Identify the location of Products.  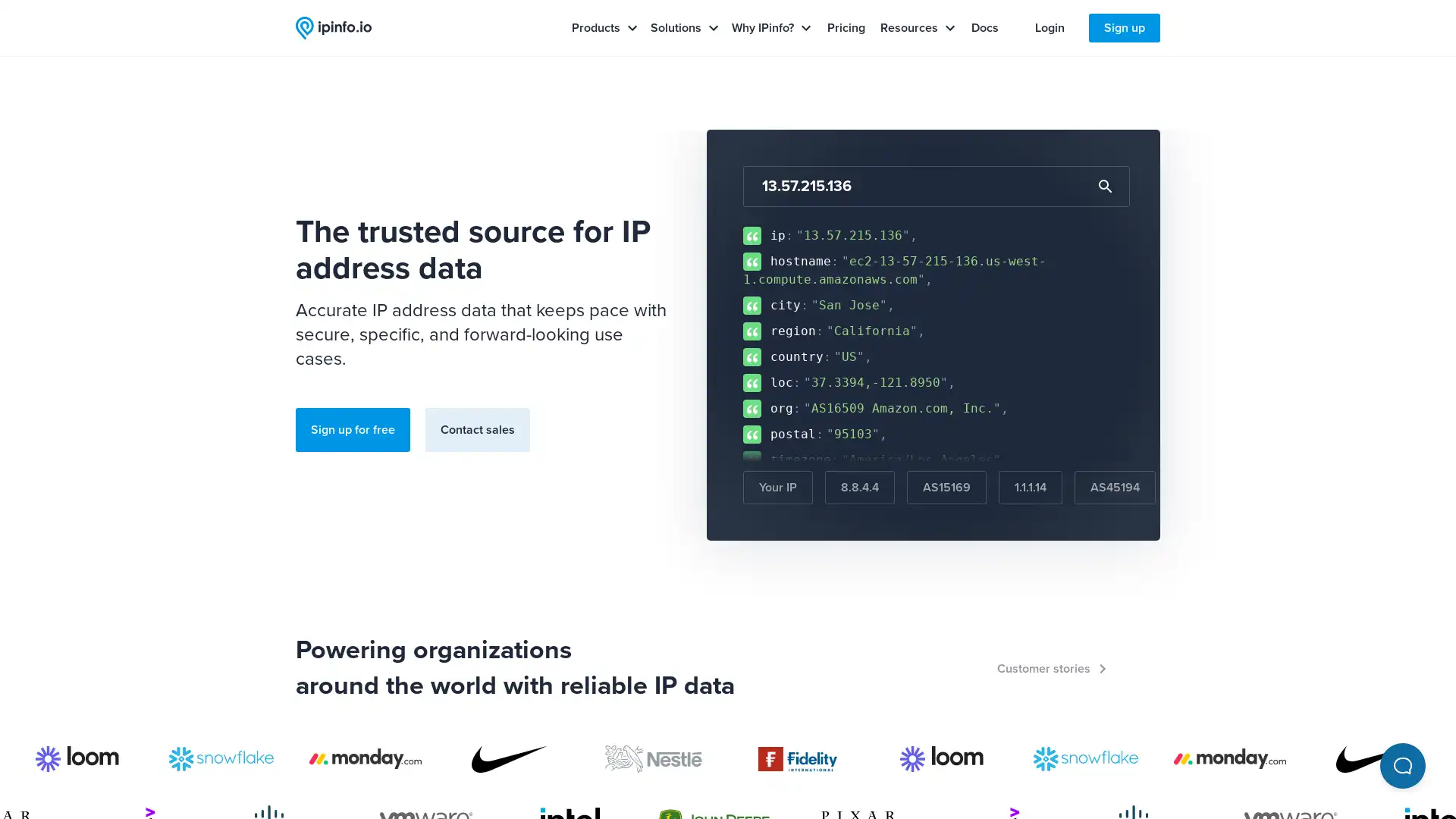
(604, 28).